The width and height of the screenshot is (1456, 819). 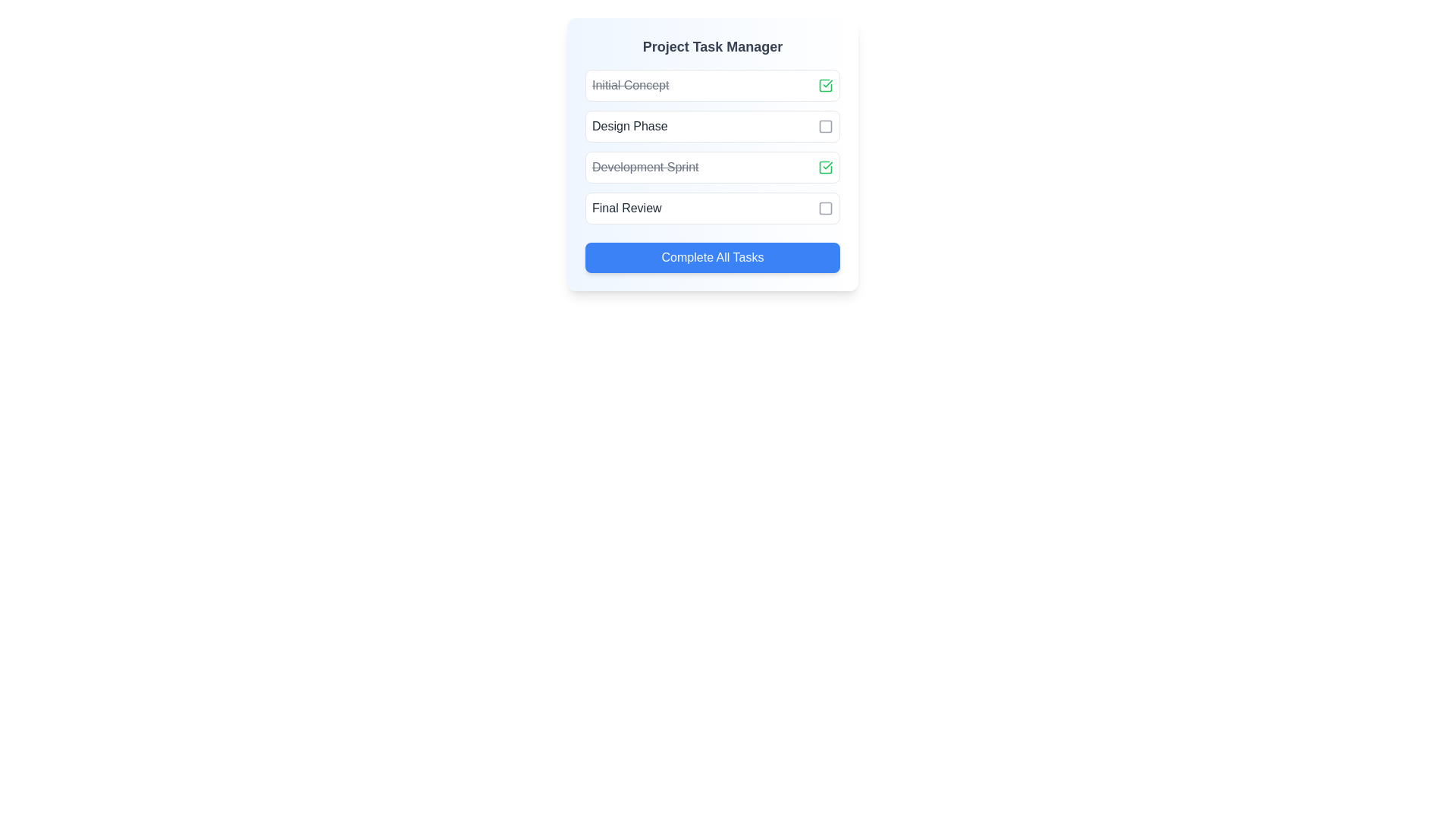 I want to click on the green check icon with a rounded stroke, located within the 'Initial Concept' task row, near the crossed-out text indicating task completion, so click(x=825, y=85).